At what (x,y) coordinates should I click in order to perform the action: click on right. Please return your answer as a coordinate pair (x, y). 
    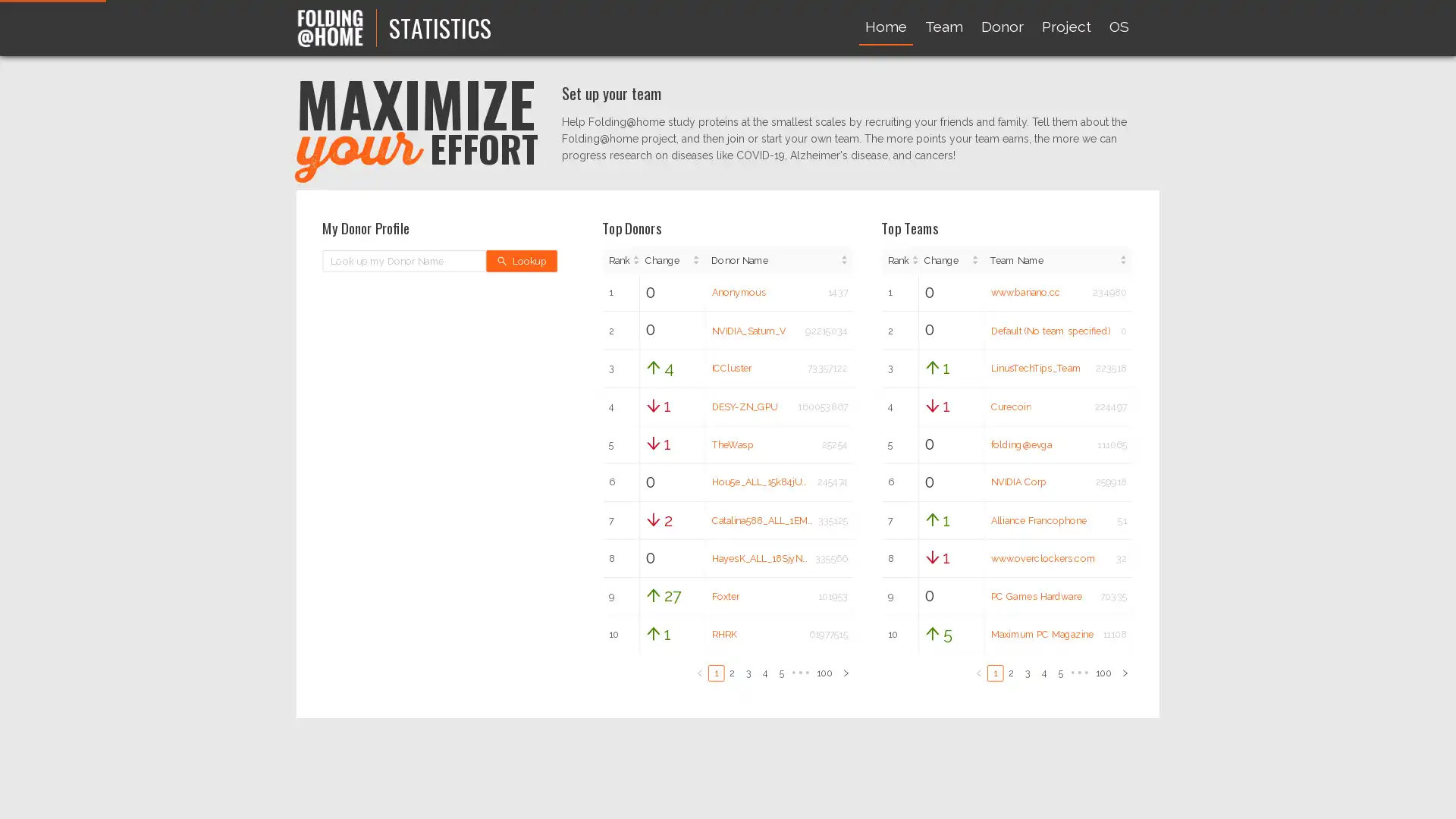
    Looking at the image, I should click on (844, 671).